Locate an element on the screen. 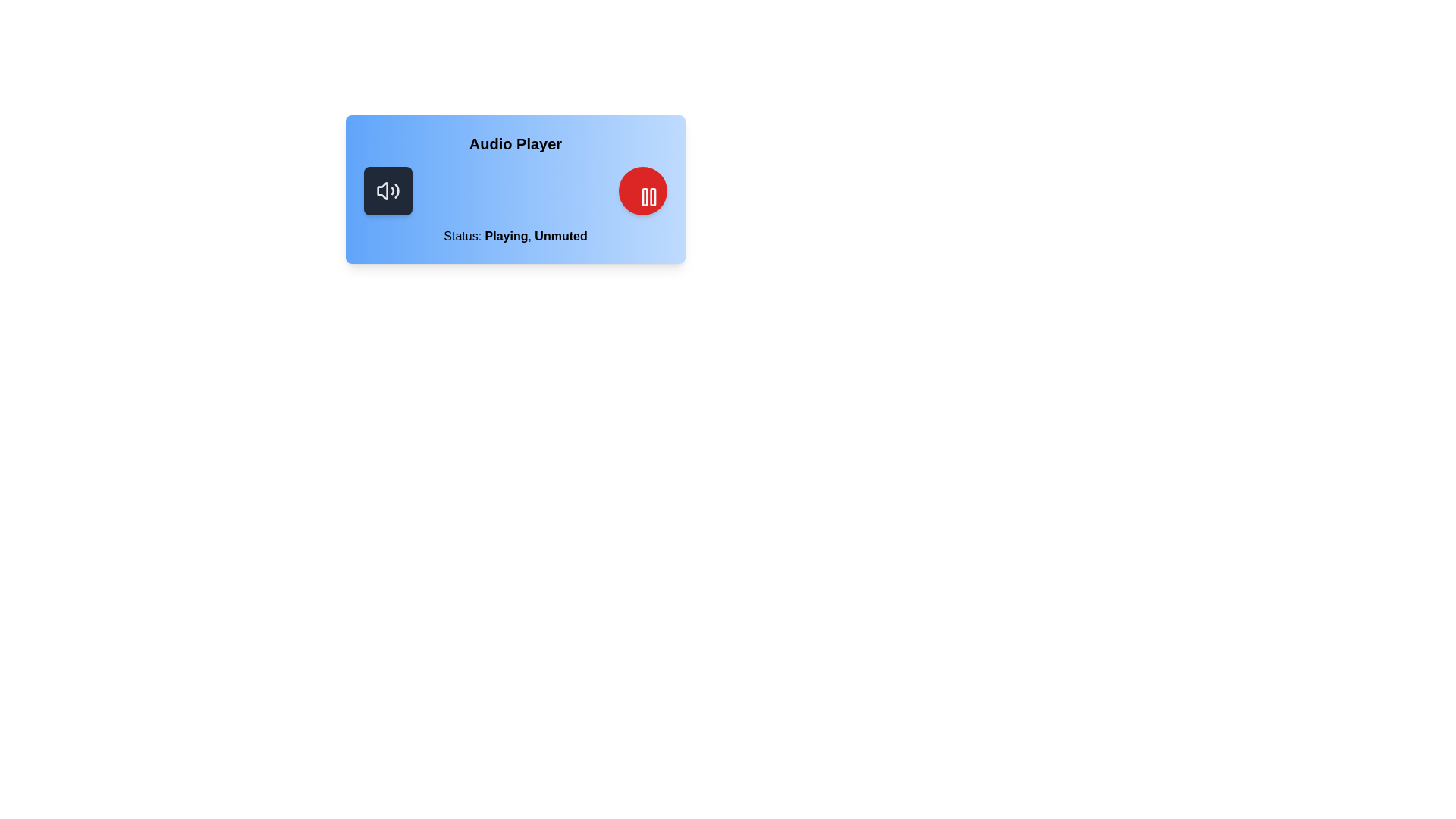 The height and width of the screenshot is (819, 1456). mute/unmute button to toggle the audio state is located at coordinates (388, 190).